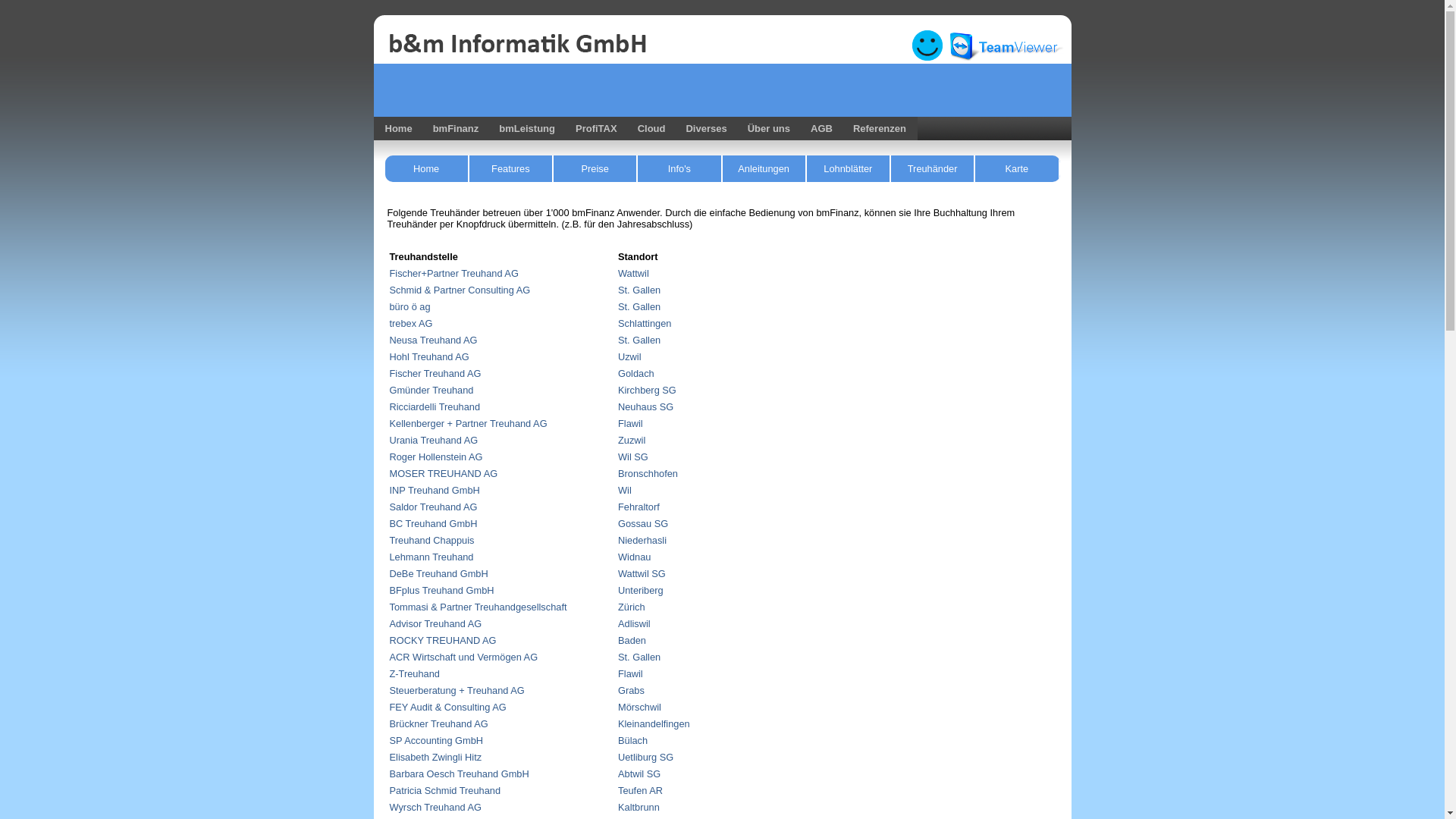 The image size is (1456, 819). I want to click on 'Preise', so click(595, 168).